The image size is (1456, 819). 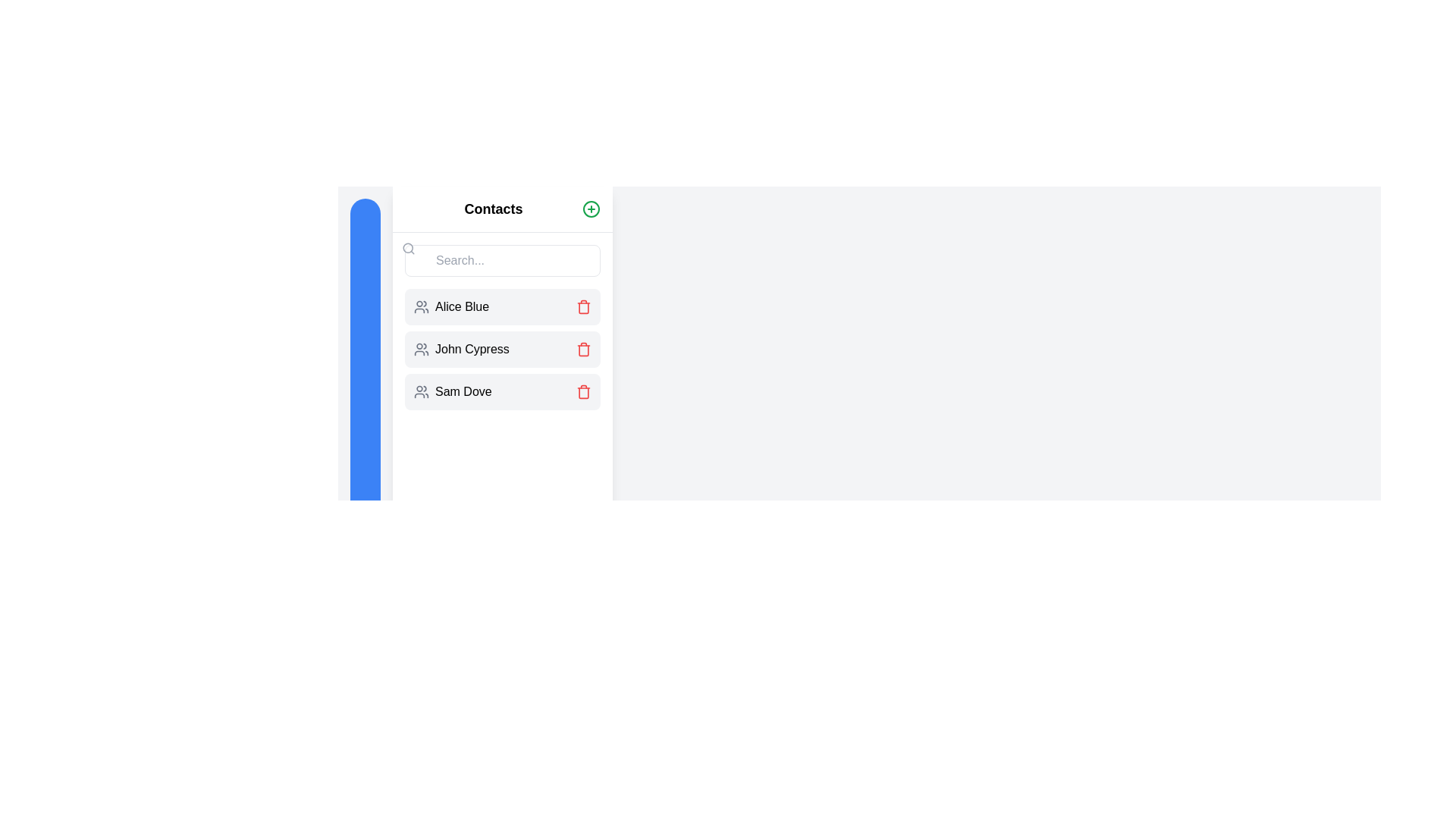 I want to click on the contact icon representing 'John Cypress', which is located on the left side of the contact entry row adjacent to the name text, so click(x=422, y=350).